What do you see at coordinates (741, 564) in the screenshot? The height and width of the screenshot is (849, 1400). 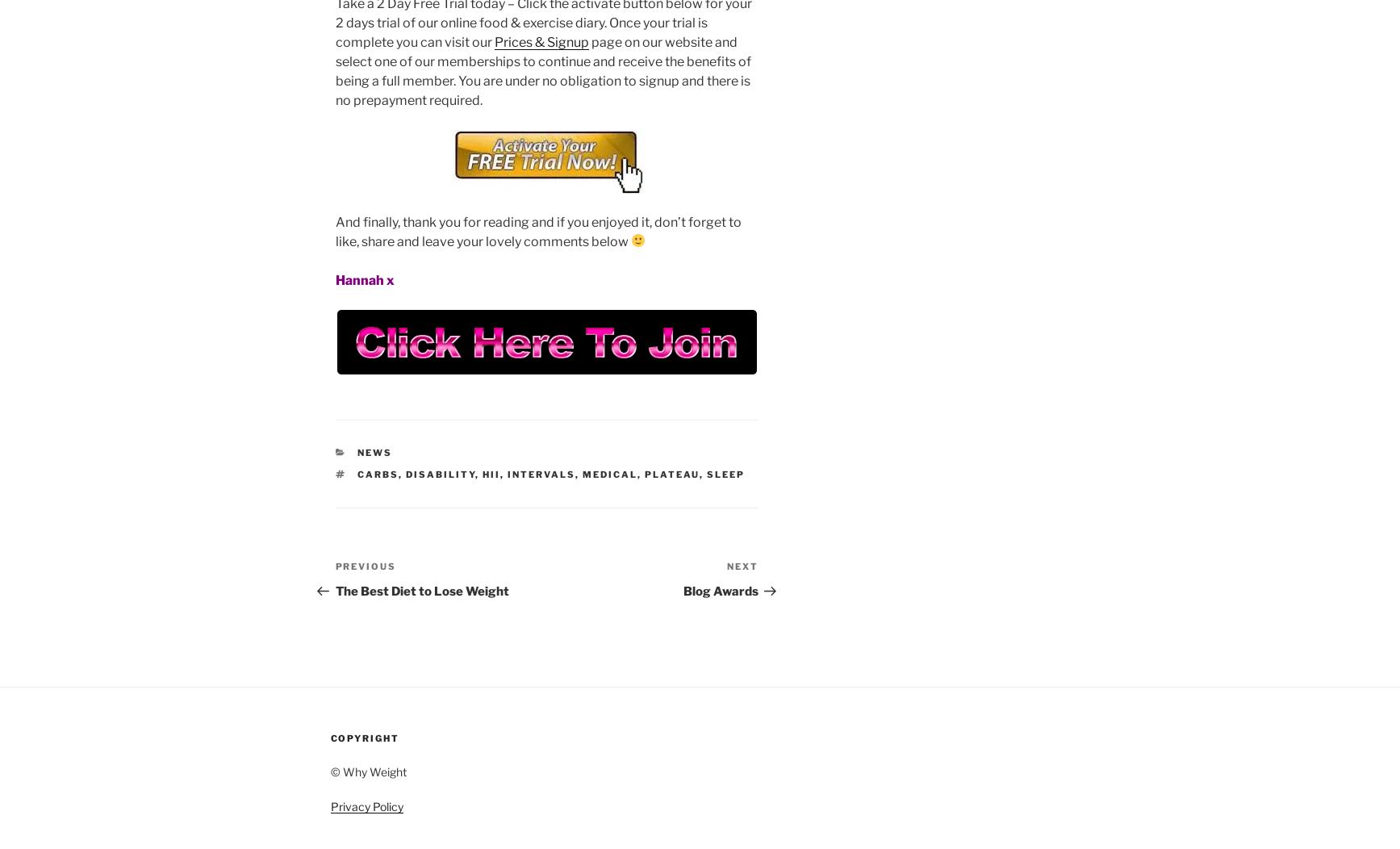 I see `'Next'` at bounding box center [741, 564].